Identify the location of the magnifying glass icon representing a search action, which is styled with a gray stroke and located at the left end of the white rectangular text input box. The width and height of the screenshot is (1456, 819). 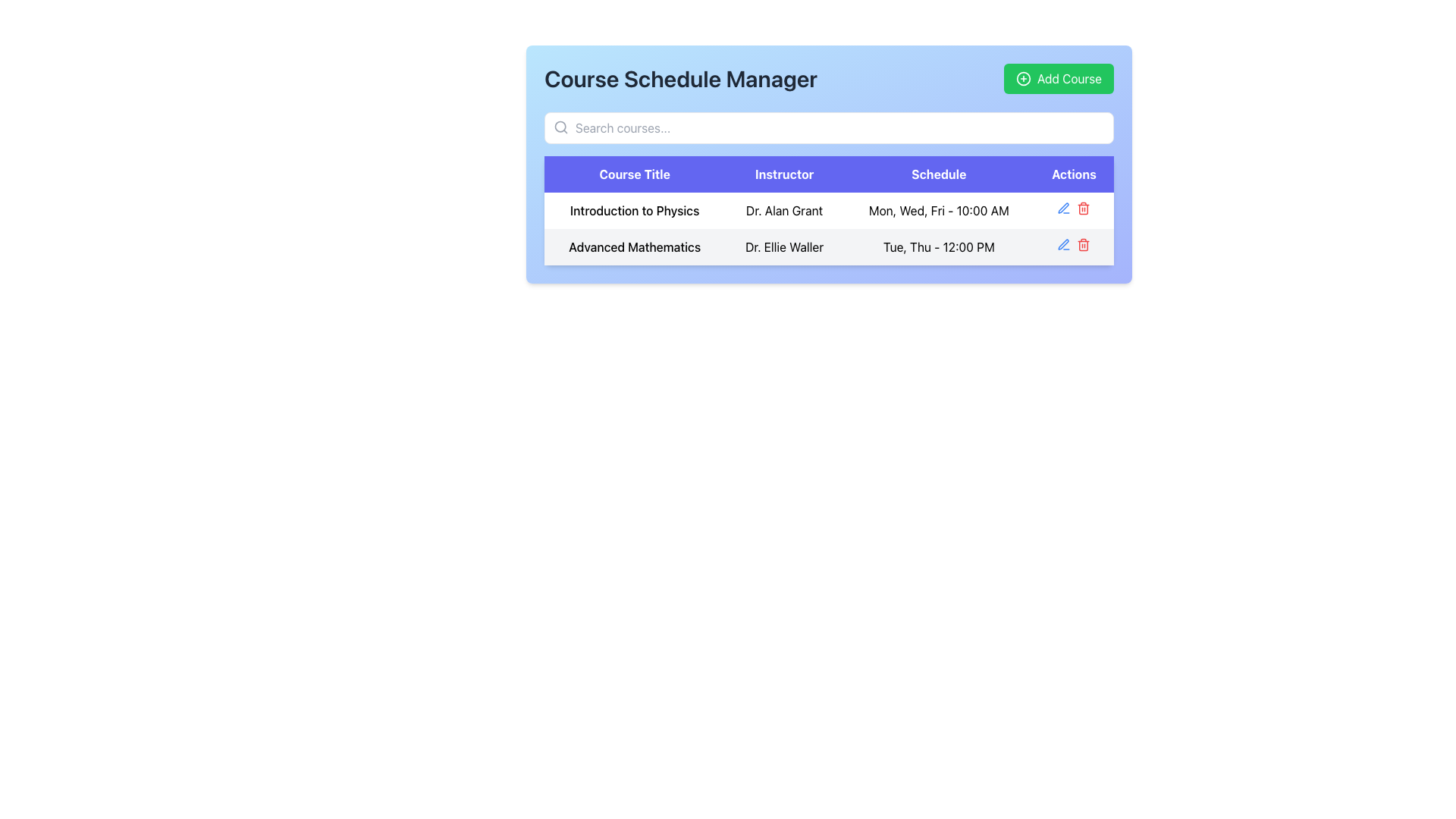
(560, 127).